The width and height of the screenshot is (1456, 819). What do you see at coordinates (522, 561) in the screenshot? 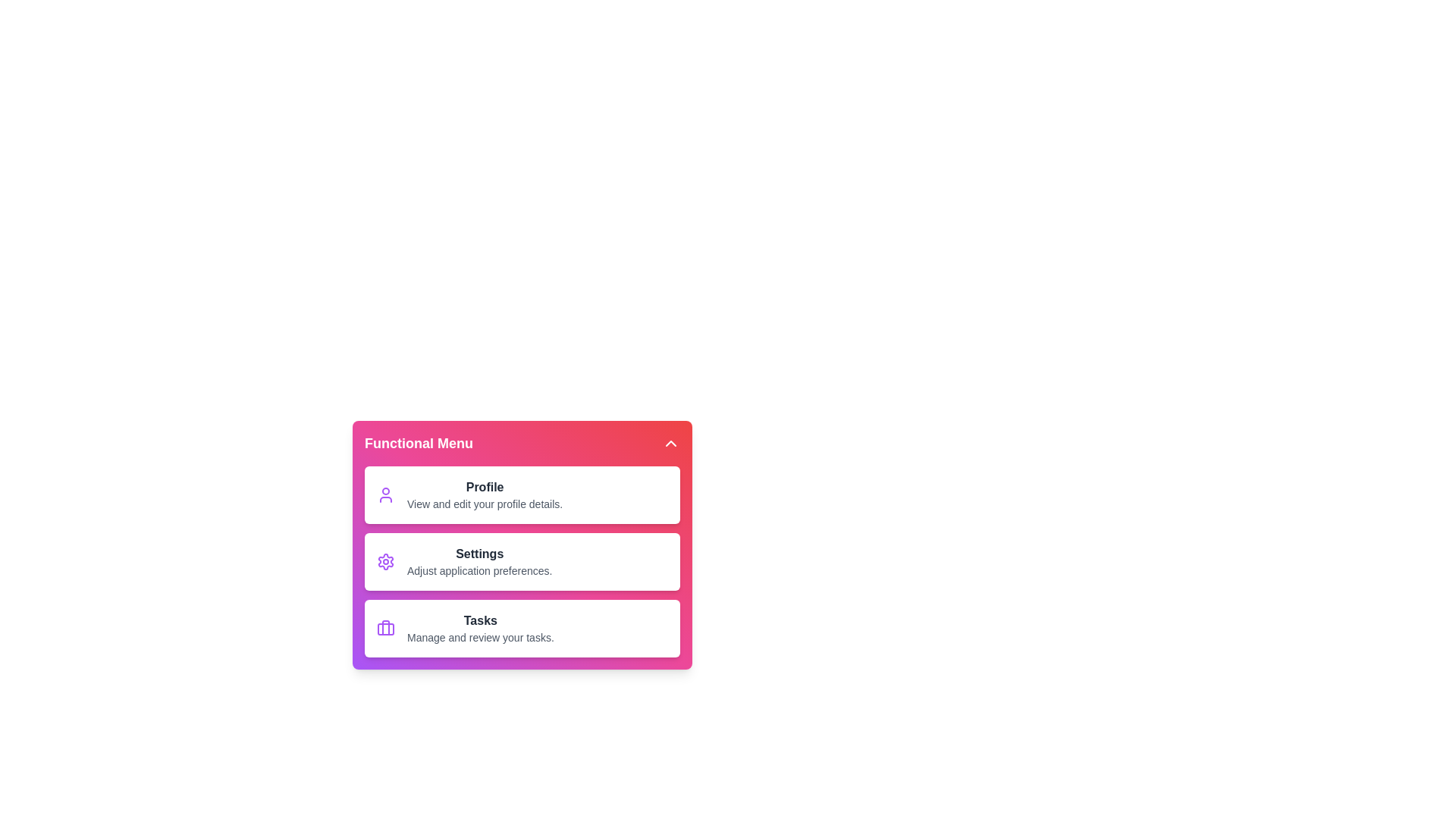
I see `the menu item labeled 'Settings' to observe its hover effect` at bounding box center [522, 561].